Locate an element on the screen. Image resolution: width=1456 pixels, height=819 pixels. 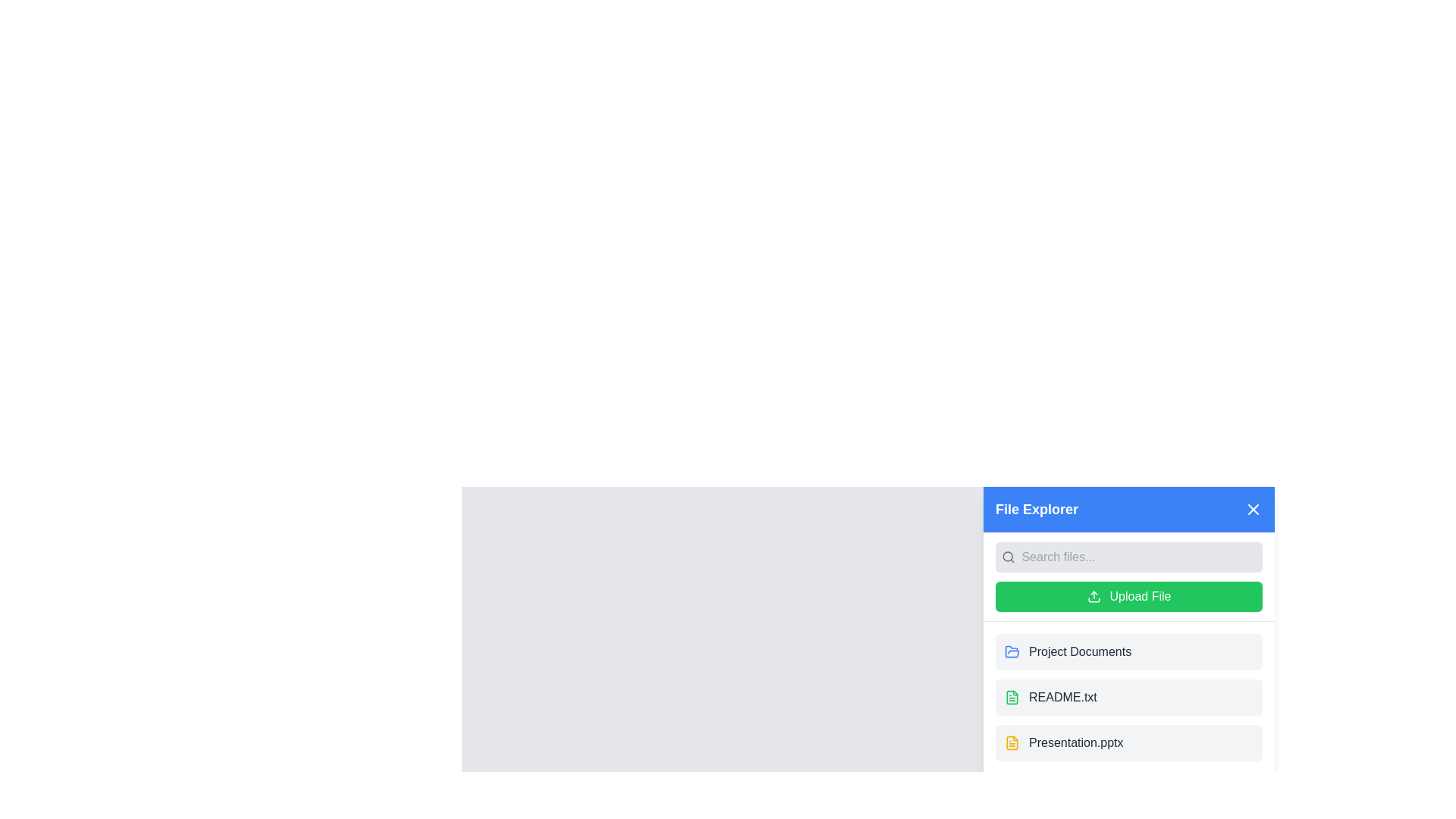
the list item representing the file 'README.txt' is located at coordinates (1128, 698).